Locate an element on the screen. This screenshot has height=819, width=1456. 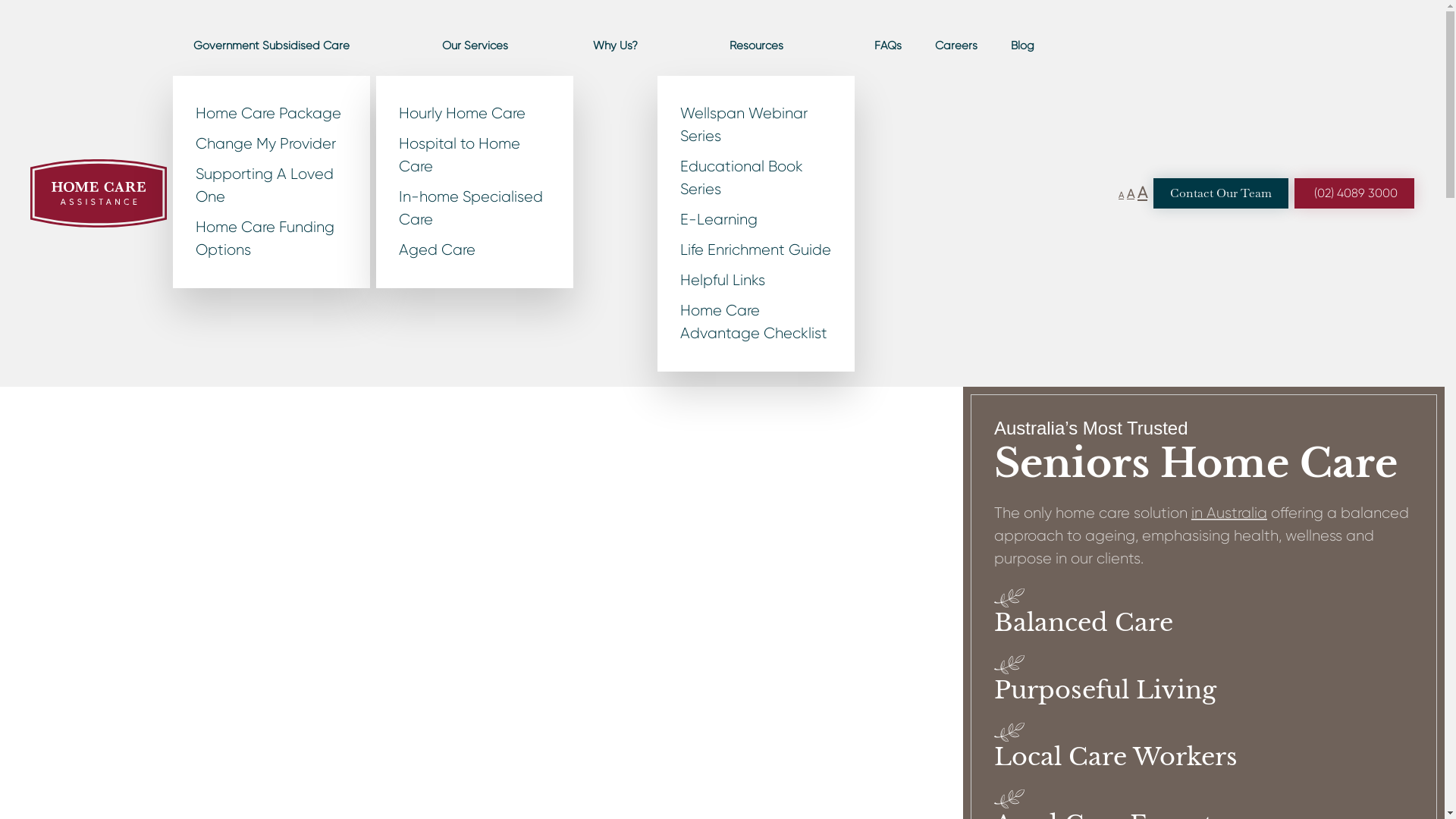
'Change My Provider' is located at coordinates (271, 143).